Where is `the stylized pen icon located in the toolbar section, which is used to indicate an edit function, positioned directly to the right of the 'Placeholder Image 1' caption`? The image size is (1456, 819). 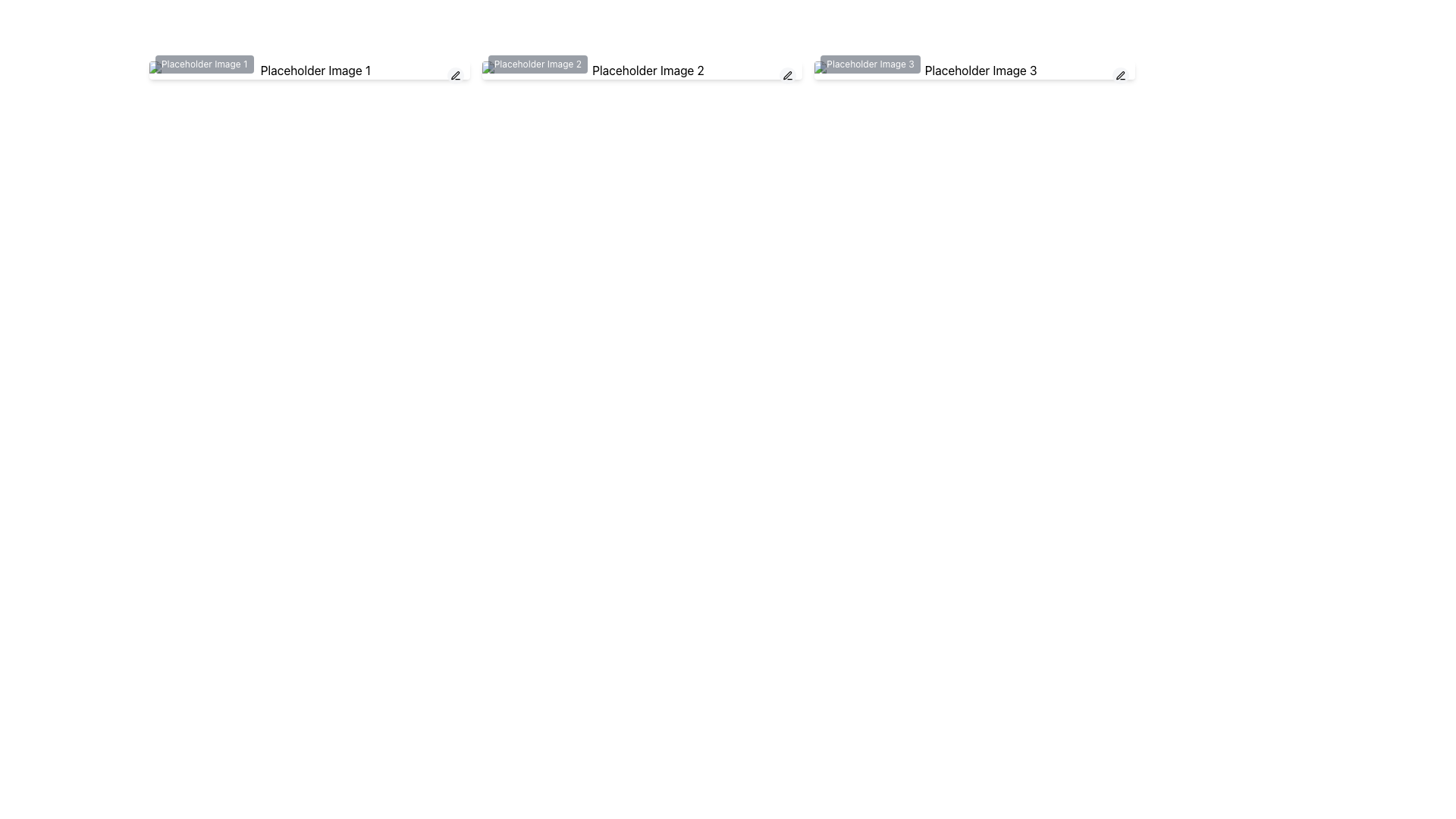 the stylized pen icon located in the toolbar section, which is used to indicate an edit function, positioned directly to the right of the 'Placeholder Image 1' caption is located at coordinates (454, 75).